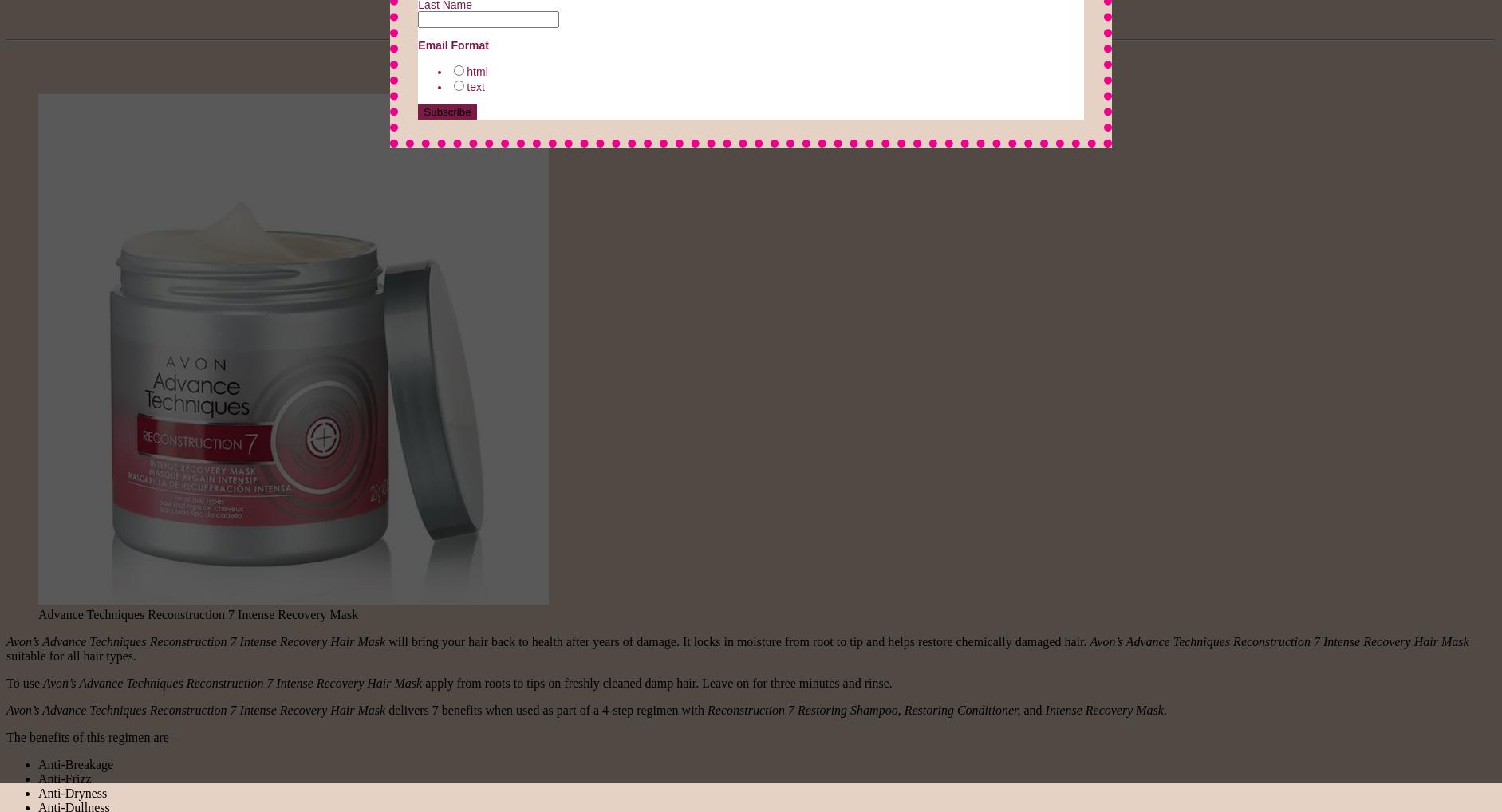 This screenshot has width=1502, height=812. What do you see at coordinates (656, 681) in the screenshot?
I see `'apply from roots to tips on freshly cleaned damp hair. Leave on for three minutes and rinse.'` at bounding box center [656, 681].